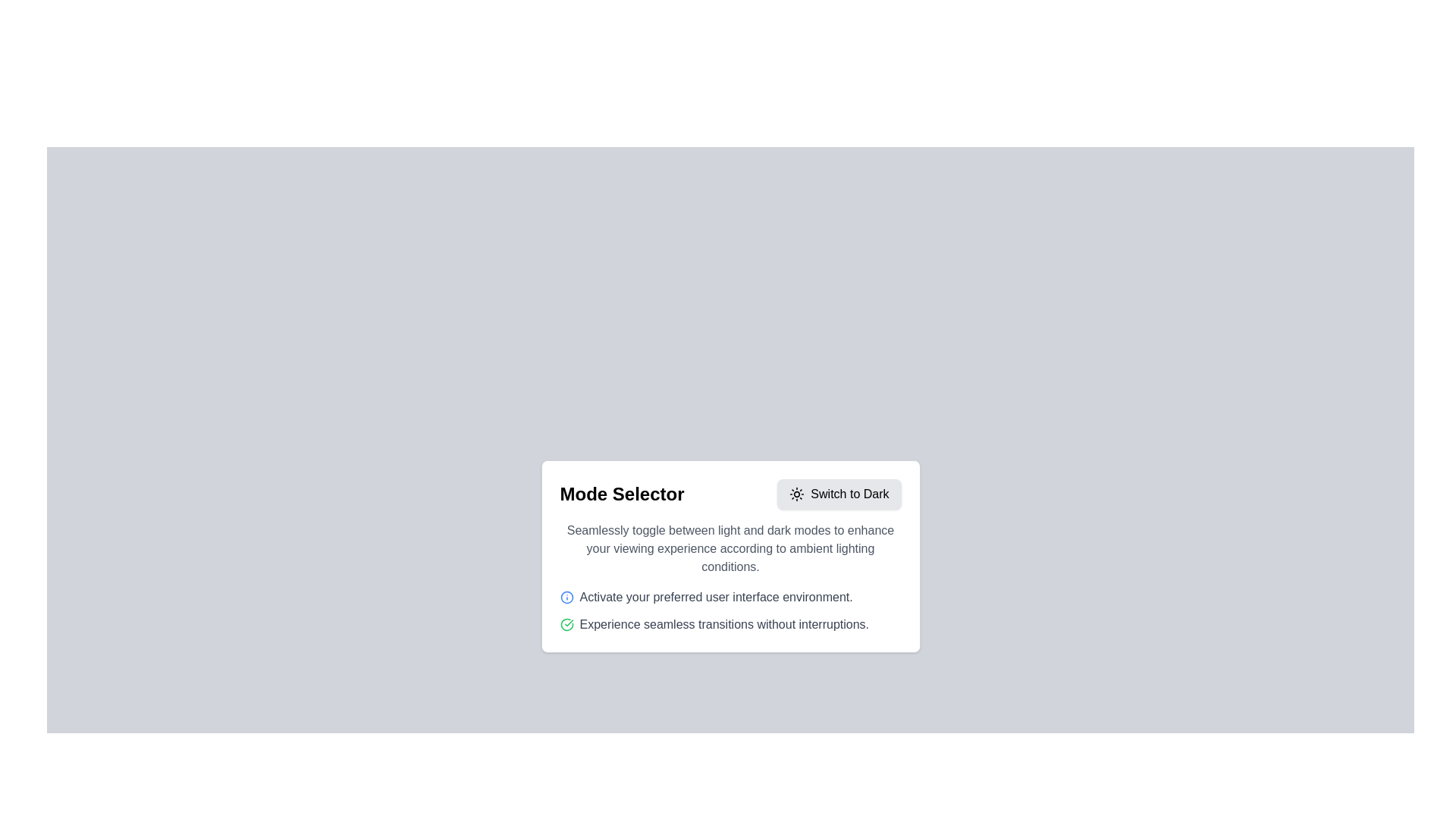  Describe the element at coordinates (723, 625) in the screenshot. I see `the text label that reads 'Experience seamless transitions without interruptions.' which is styled in gray and is positioned within a card layout, directly following a blue information icon and aligned with a green check icon to its left` at that location.